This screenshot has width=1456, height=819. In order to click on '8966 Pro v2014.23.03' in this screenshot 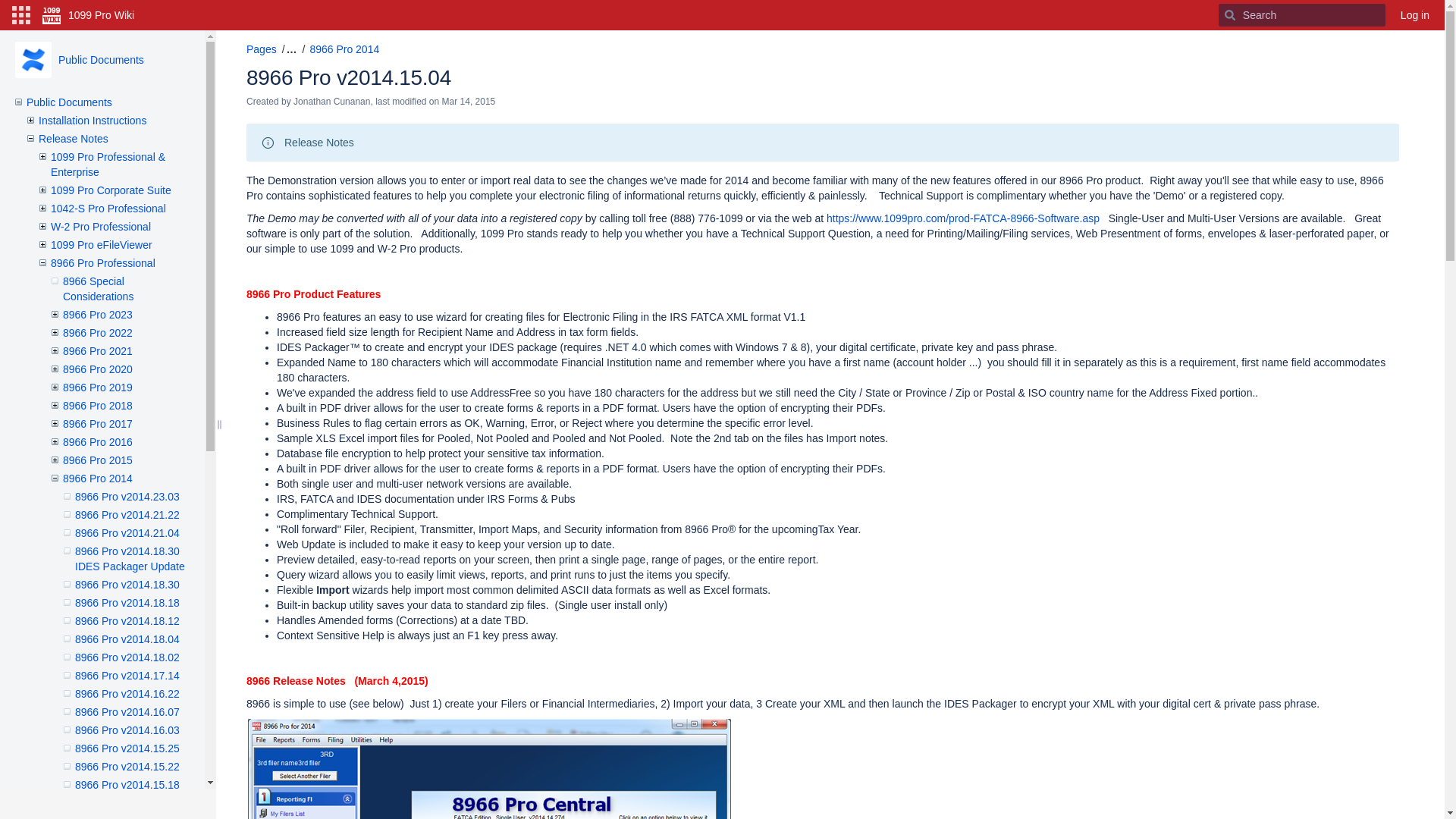, I will do `click(127, 497)`.